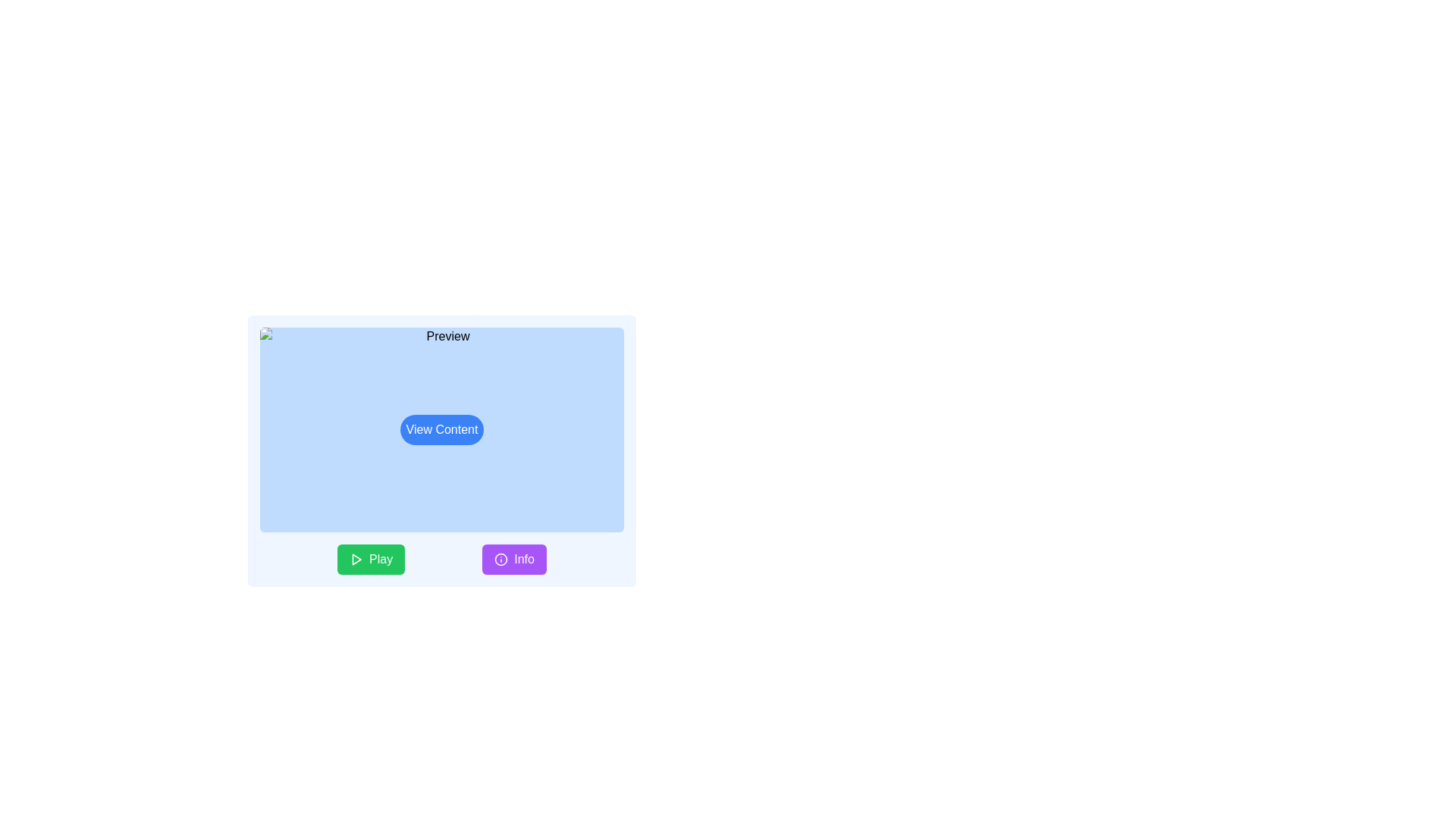 The image size is (1456, 819). Describe the element at coordinates (371, 559) in the screenshot. I see `the green 'Play' button with rounded corners that contains a play icon and the text 'Play'` at that location.